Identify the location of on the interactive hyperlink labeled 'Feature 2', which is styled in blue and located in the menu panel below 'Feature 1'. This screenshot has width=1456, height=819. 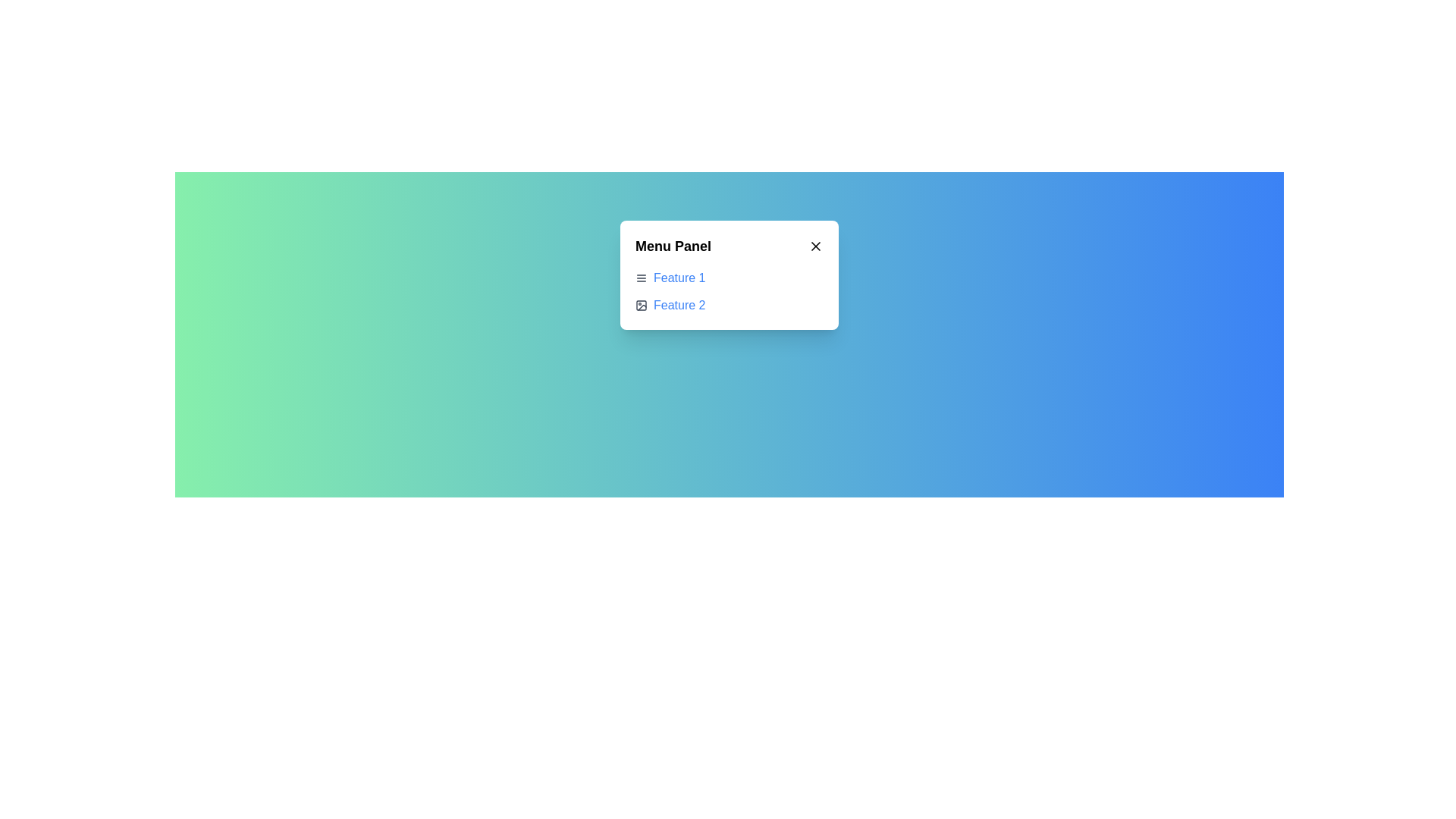
(679, 305).